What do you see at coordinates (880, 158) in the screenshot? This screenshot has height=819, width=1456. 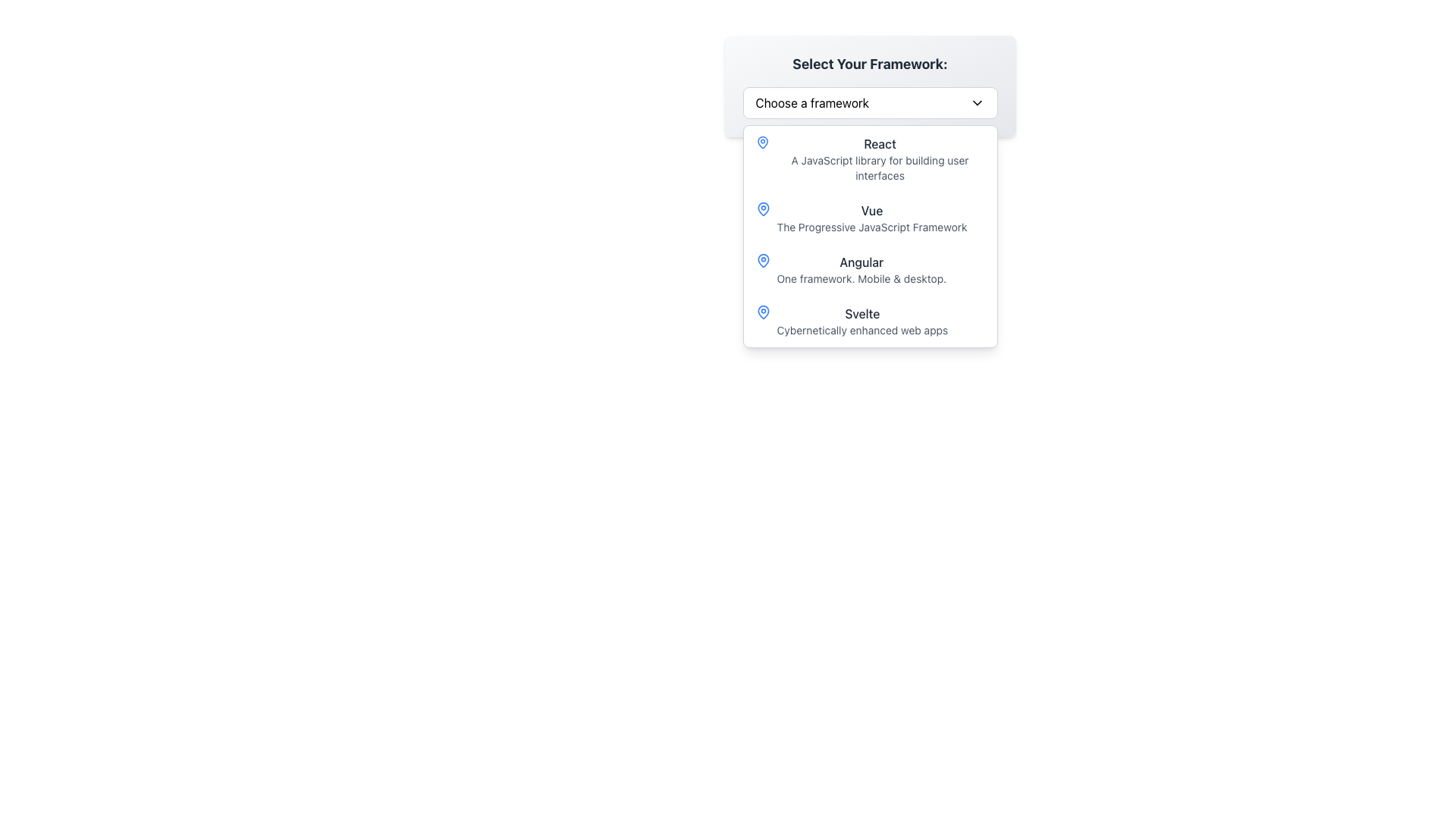 I see `the first list item in the dropdown menu labeled 'React' to navigate it via keyboard` at bounding box center [880, 158].